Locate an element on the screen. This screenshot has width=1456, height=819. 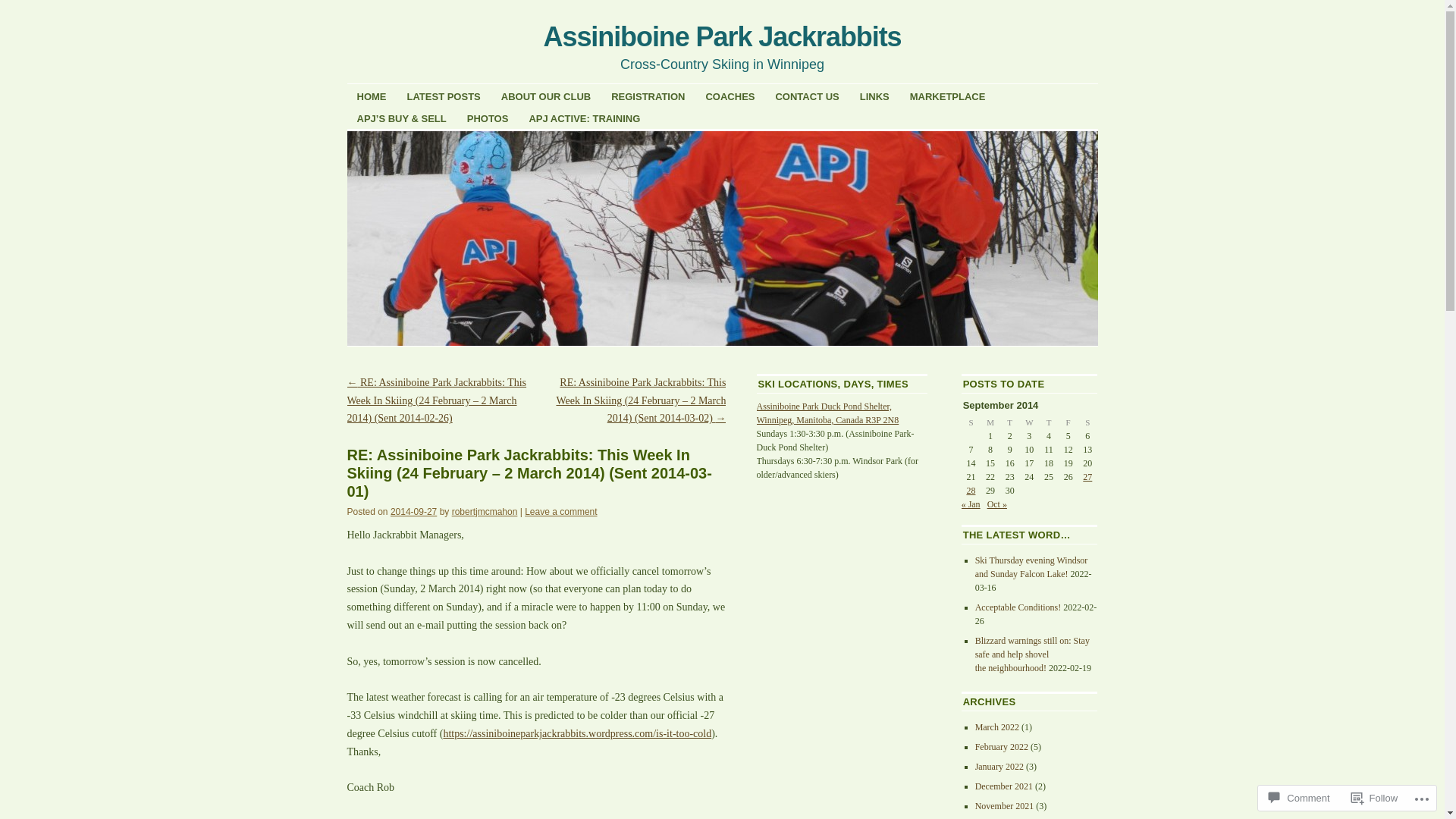
'HOME' is located at coordinates (346, 96).